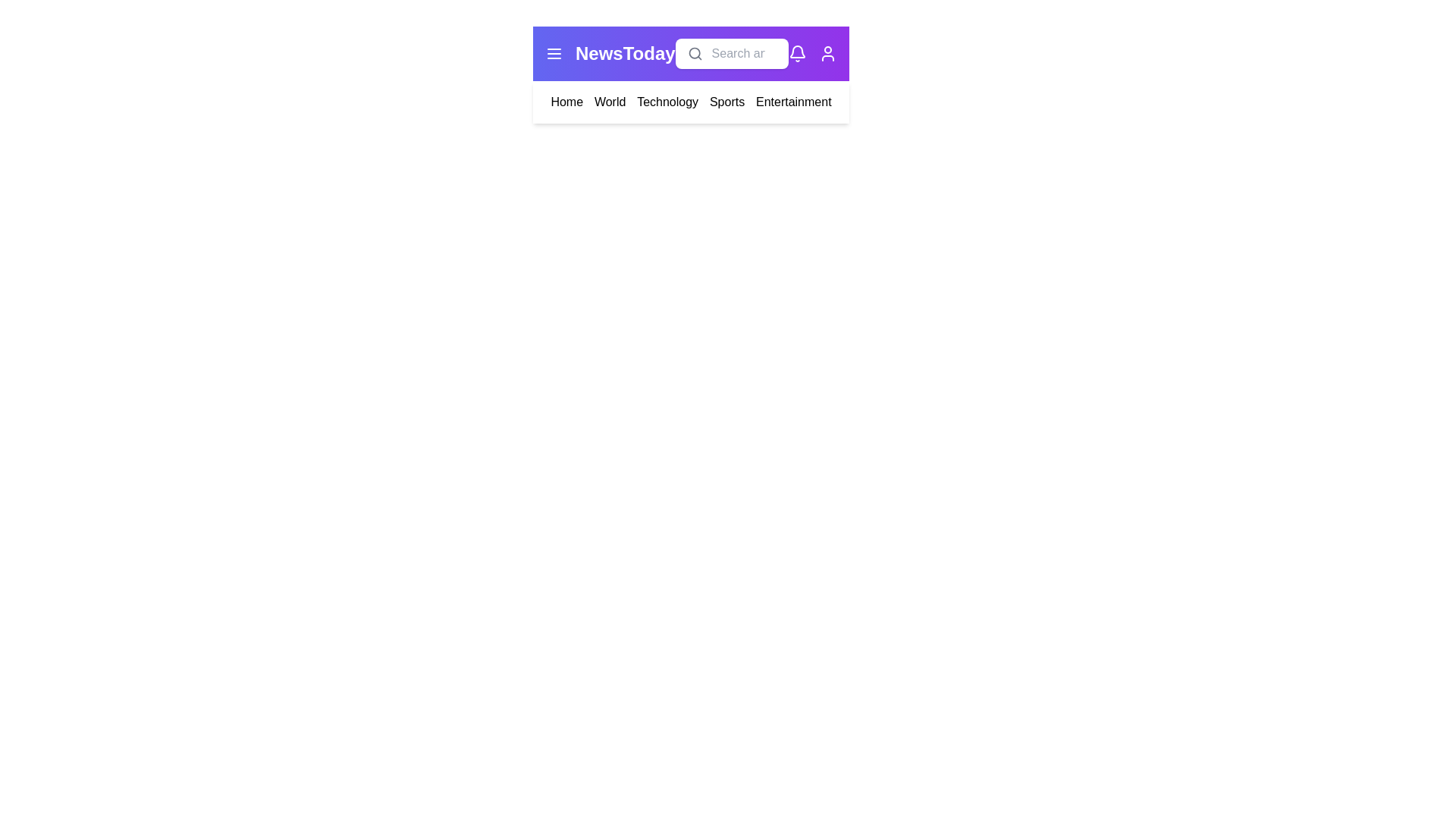 This screenshot has height=819, width=1456. Describe the element at coordinates (796, 52) in the screenshot. I see `the bell icon to open the notifications` at that location.